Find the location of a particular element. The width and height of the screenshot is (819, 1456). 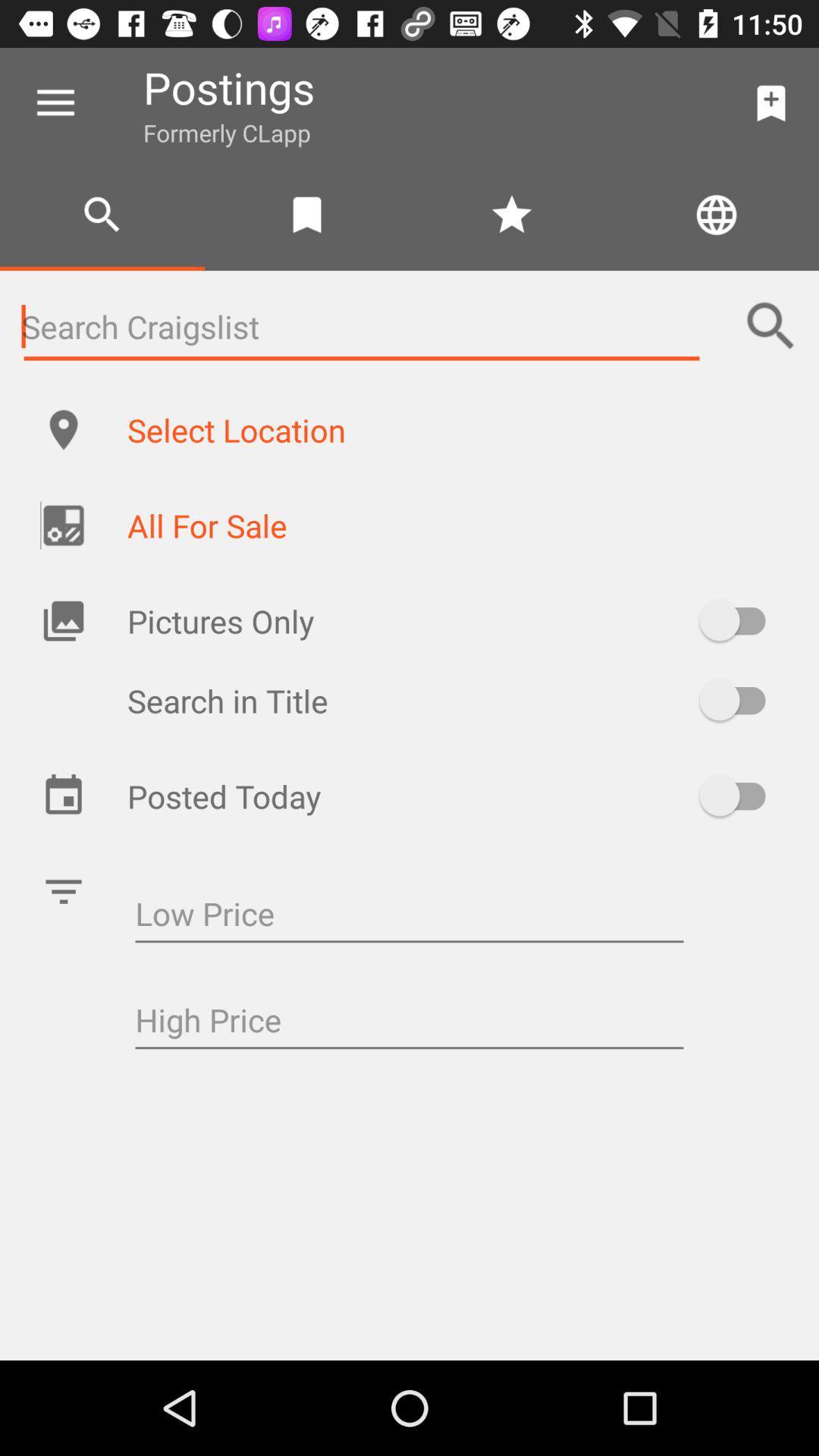

posted today option is located at coordinates (739, 795).